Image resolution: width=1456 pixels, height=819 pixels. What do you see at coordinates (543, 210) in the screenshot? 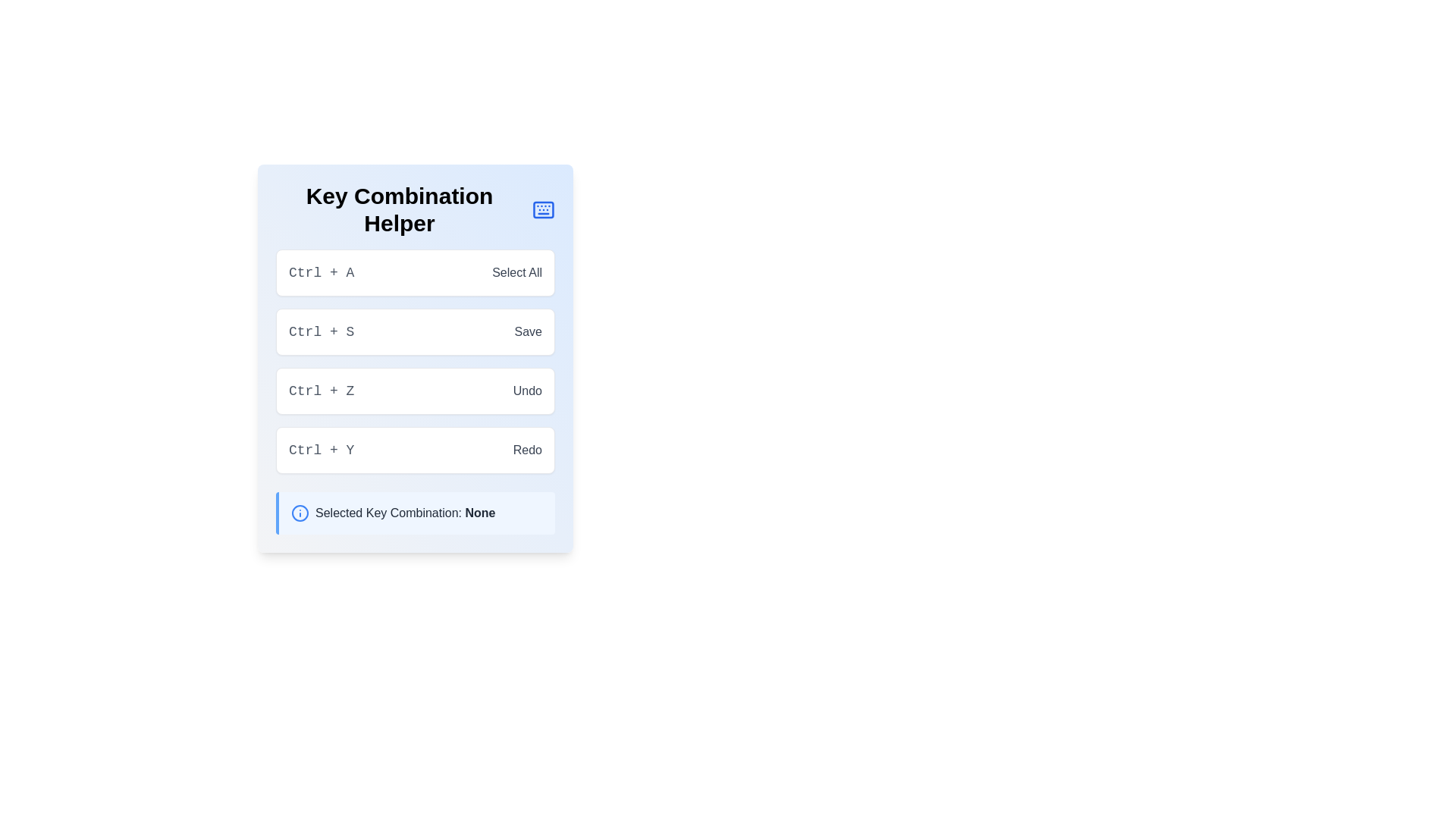
I see `the blue rounded rectangular icon in the top-right corner of the 'Key Combination Helper' interface, which represents a keyboard or similar device` at bounding box center [543, 210].